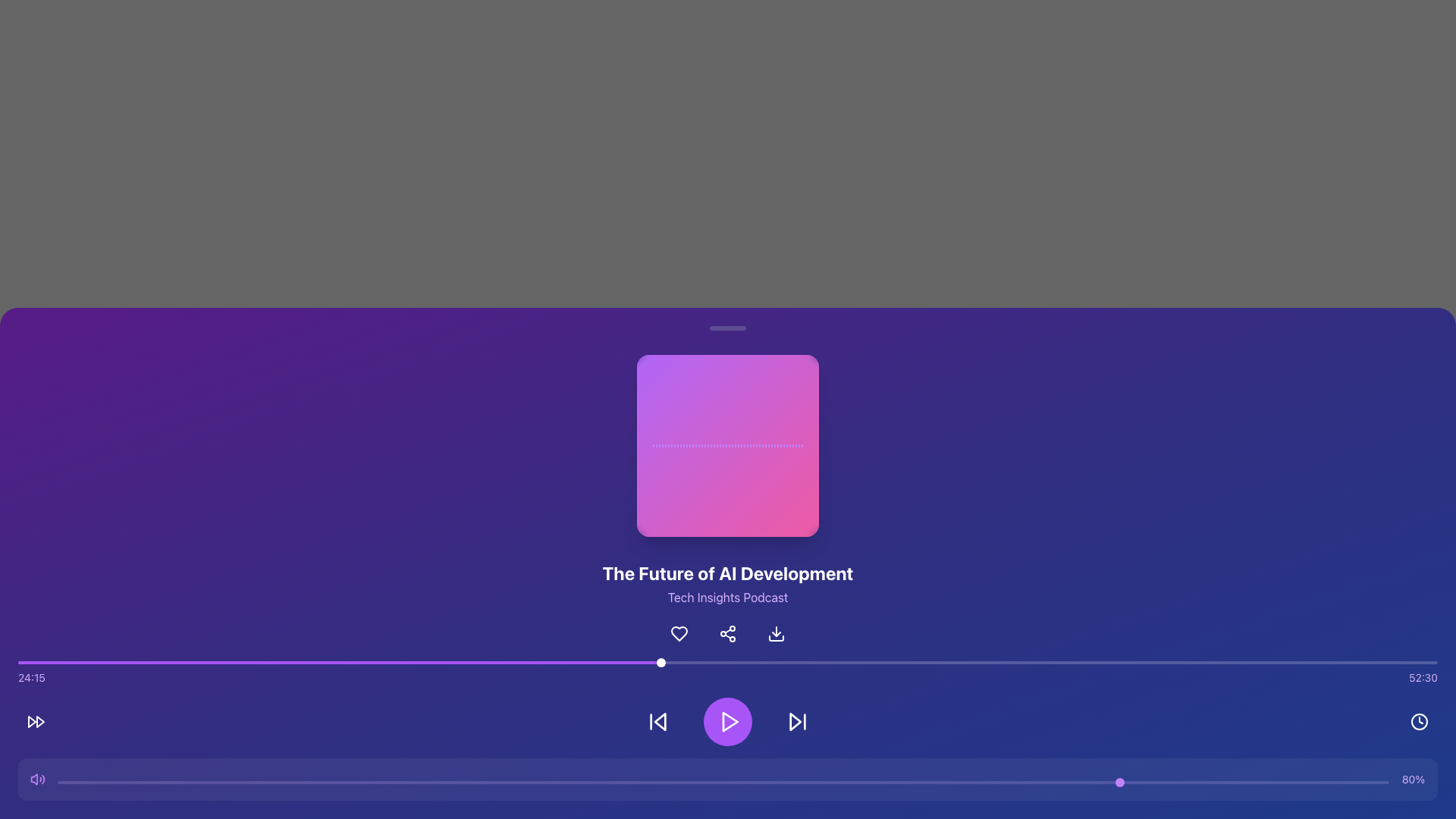 This screenshot has width=1456, height=819. Describe the element at coordinates (420, 662) in the screenshot. I see `progress` at that location.